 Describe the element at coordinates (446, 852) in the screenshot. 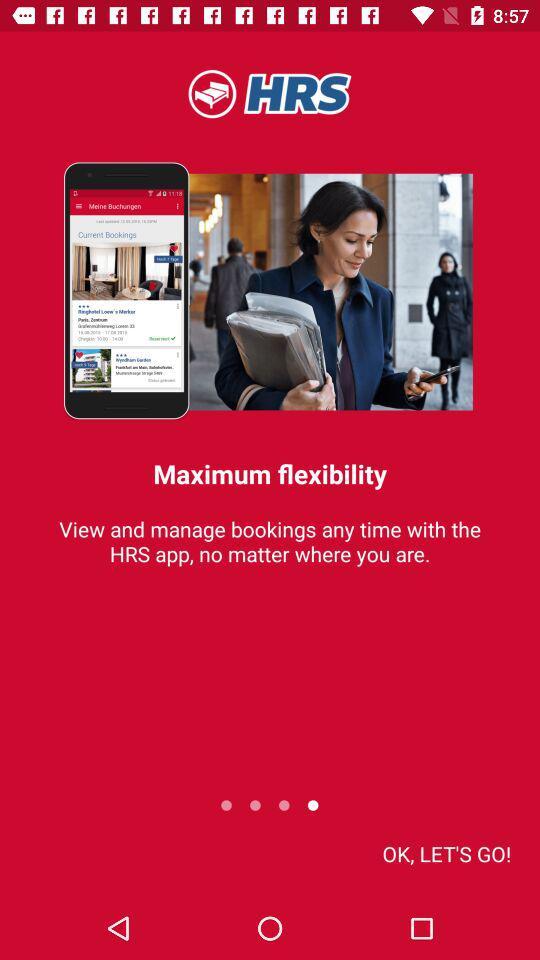

I see `the icon below view and manage icon` at that location.